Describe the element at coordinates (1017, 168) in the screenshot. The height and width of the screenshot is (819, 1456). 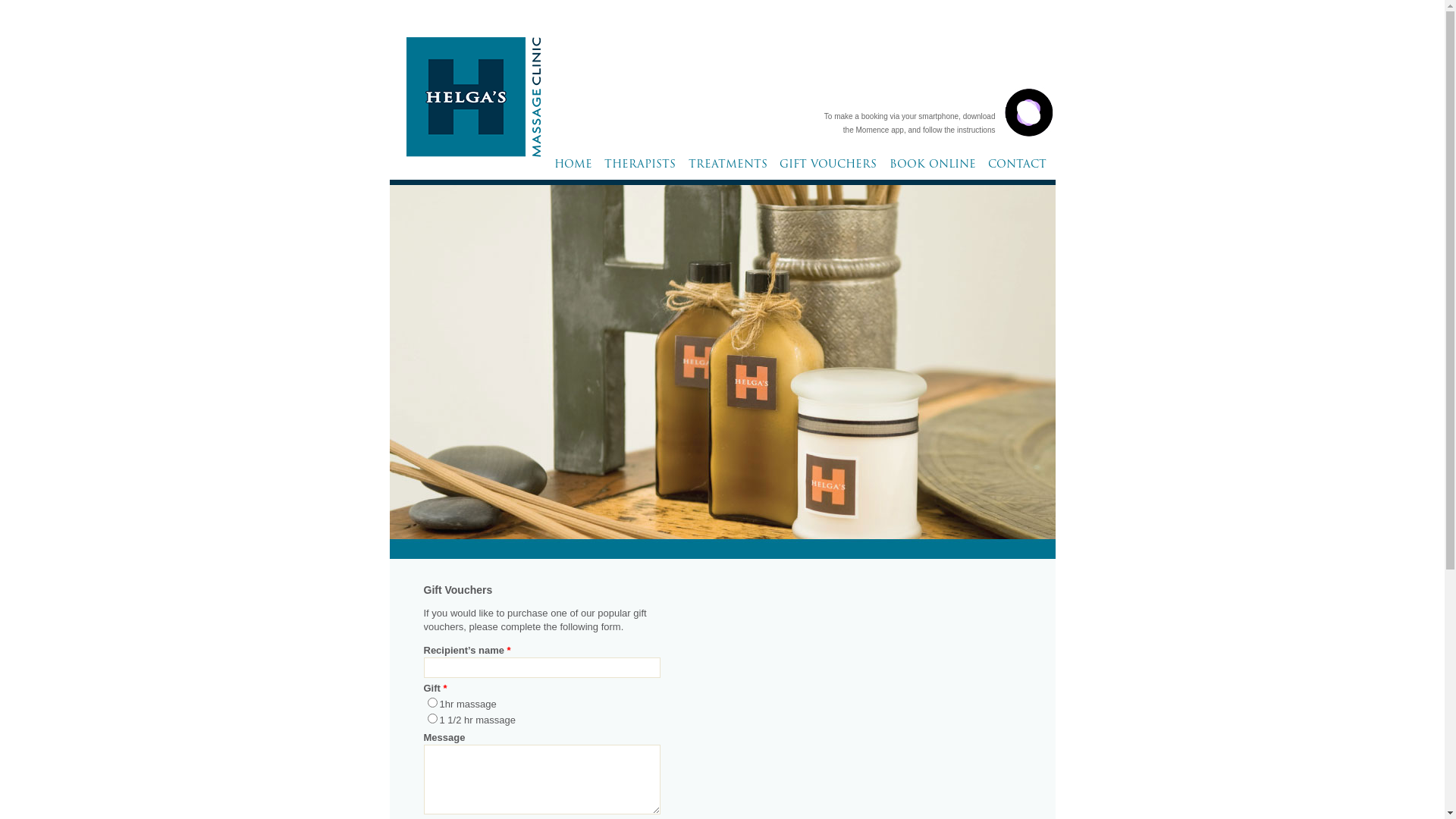
I see `'CONTACT'` at that location.